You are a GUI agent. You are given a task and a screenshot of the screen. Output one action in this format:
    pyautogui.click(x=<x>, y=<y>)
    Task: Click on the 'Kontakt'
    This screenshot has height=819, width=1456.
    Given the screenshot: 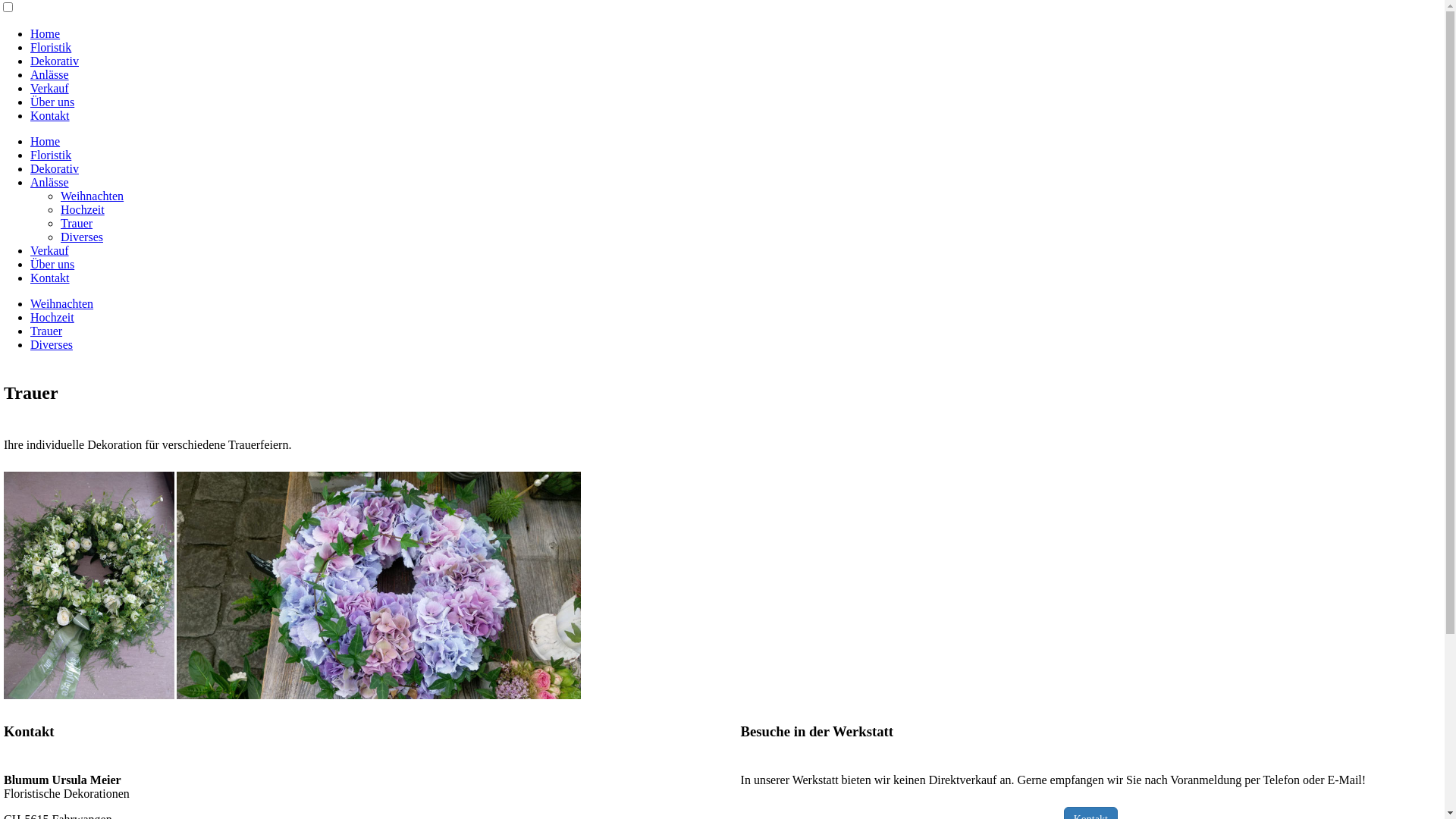 What is the action you would take?
    pyautogui.click(x=50, y=115)
    